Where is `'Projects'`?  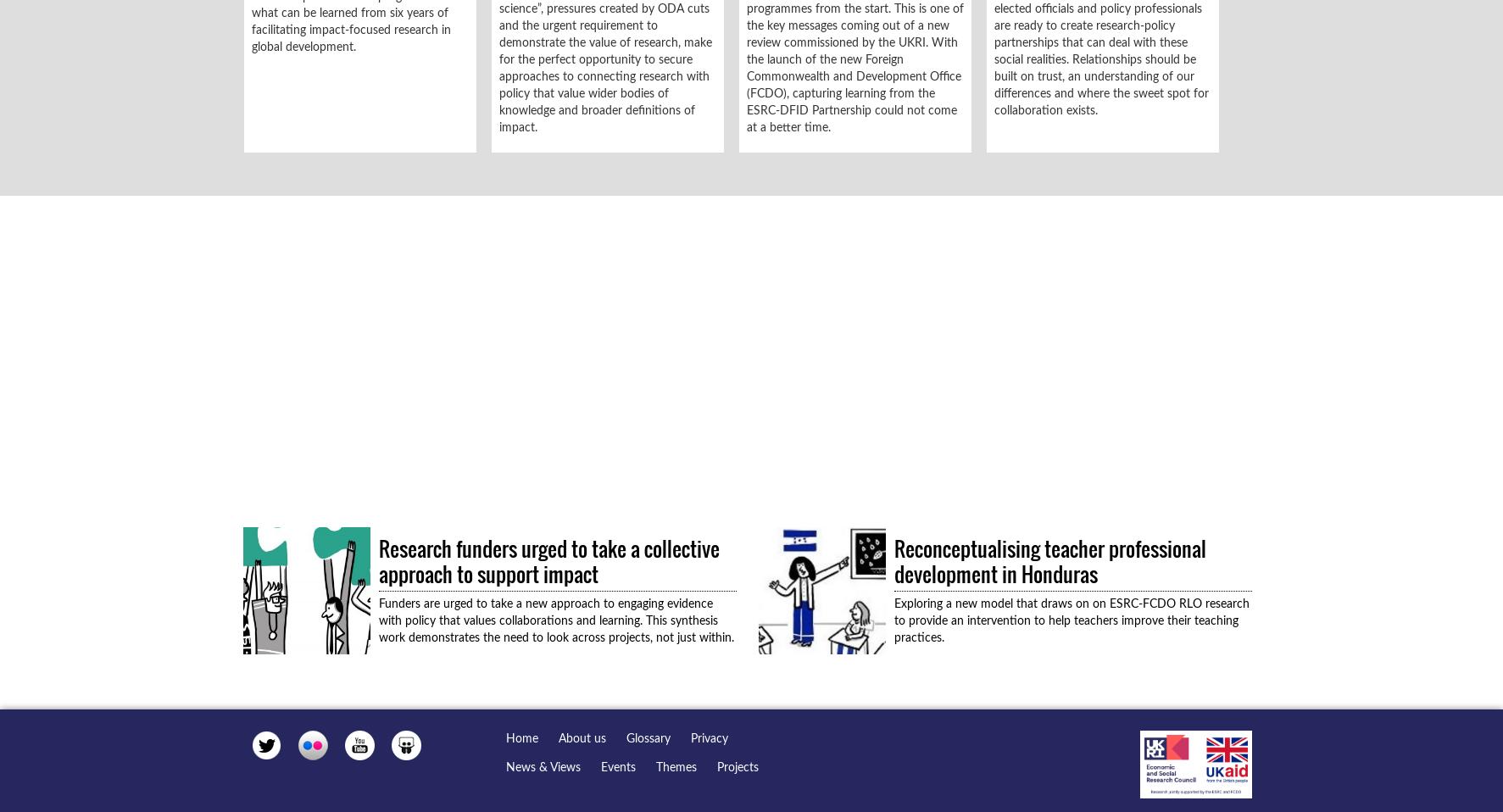 'Projects' is located at coordinates (736, 767).